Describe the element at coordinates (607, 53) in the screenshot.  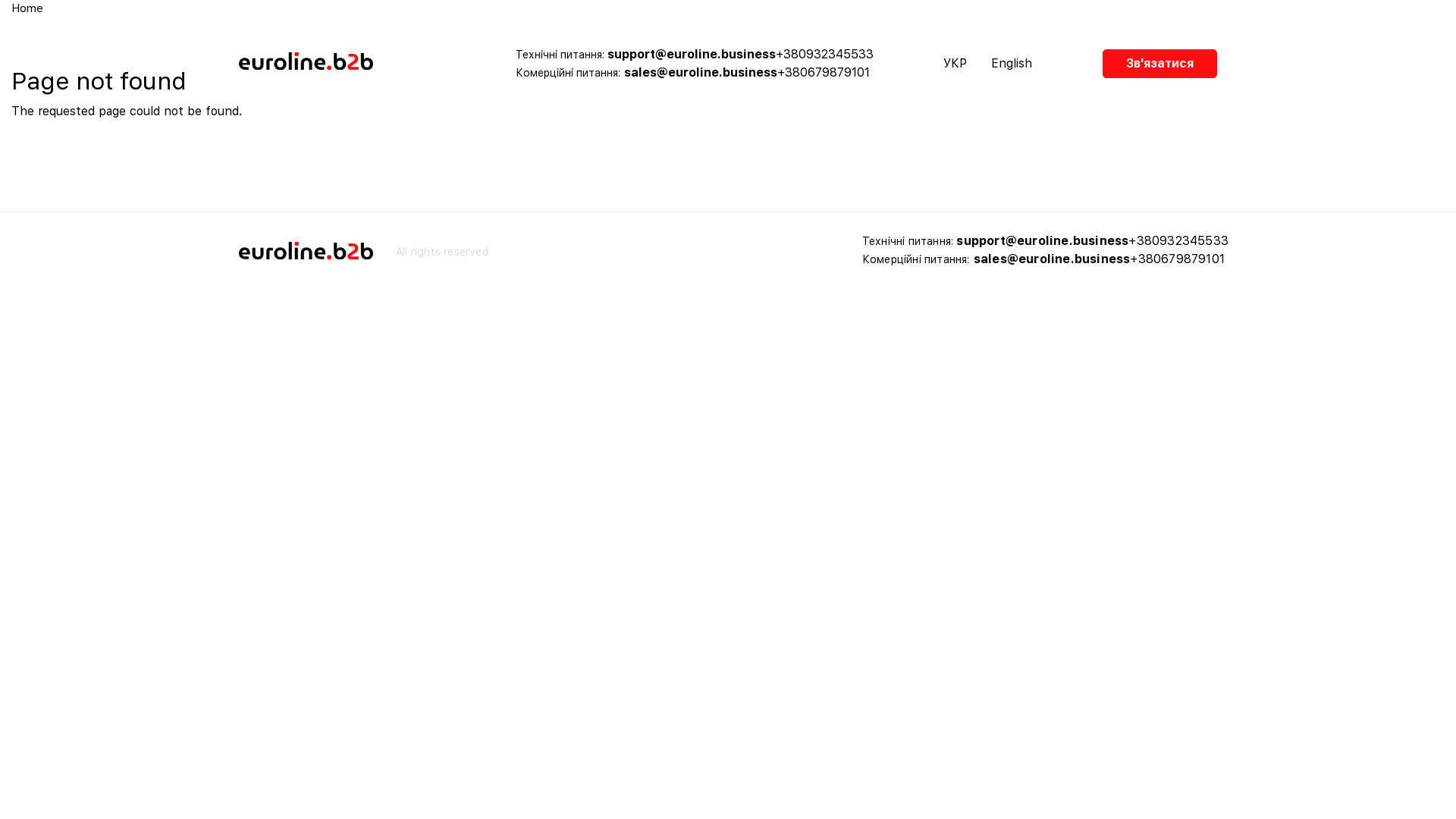
I see `'support@euroline.business'` at that location.